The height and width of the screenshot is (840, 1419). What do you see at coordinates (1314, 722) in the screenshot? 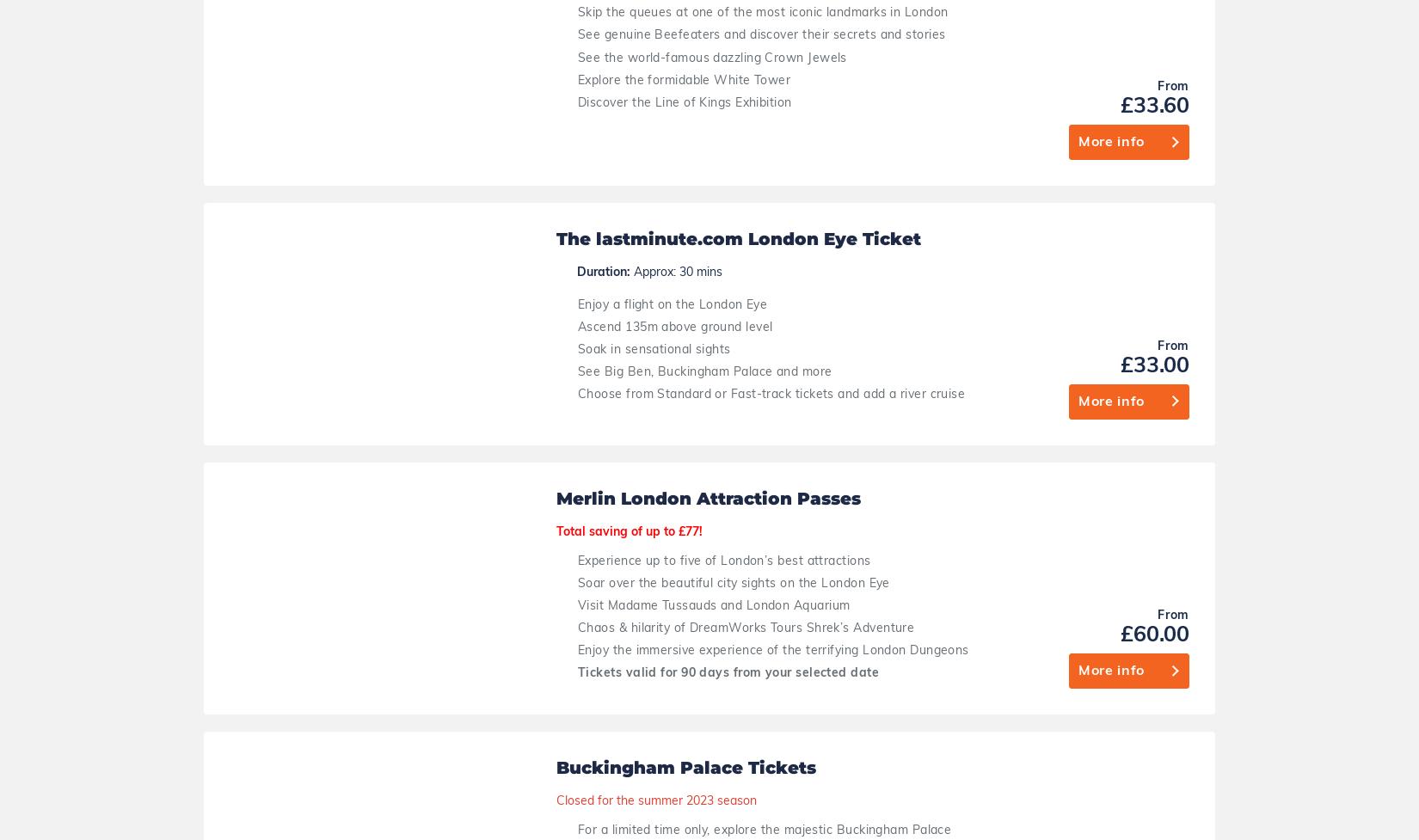
I see `'£29.00'` at bounding box center [1314, 722].